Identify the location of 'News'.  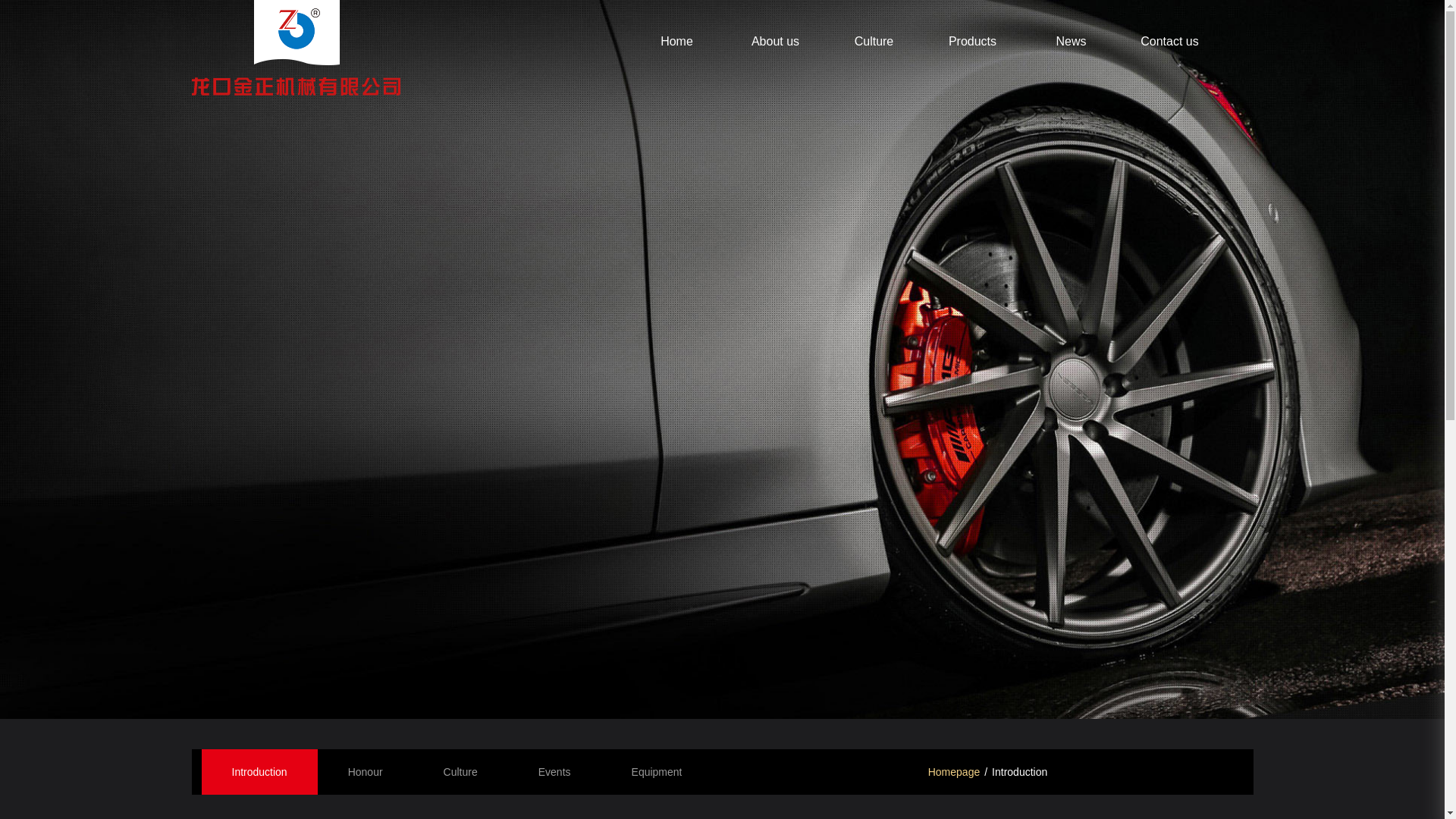
(1069, 40).